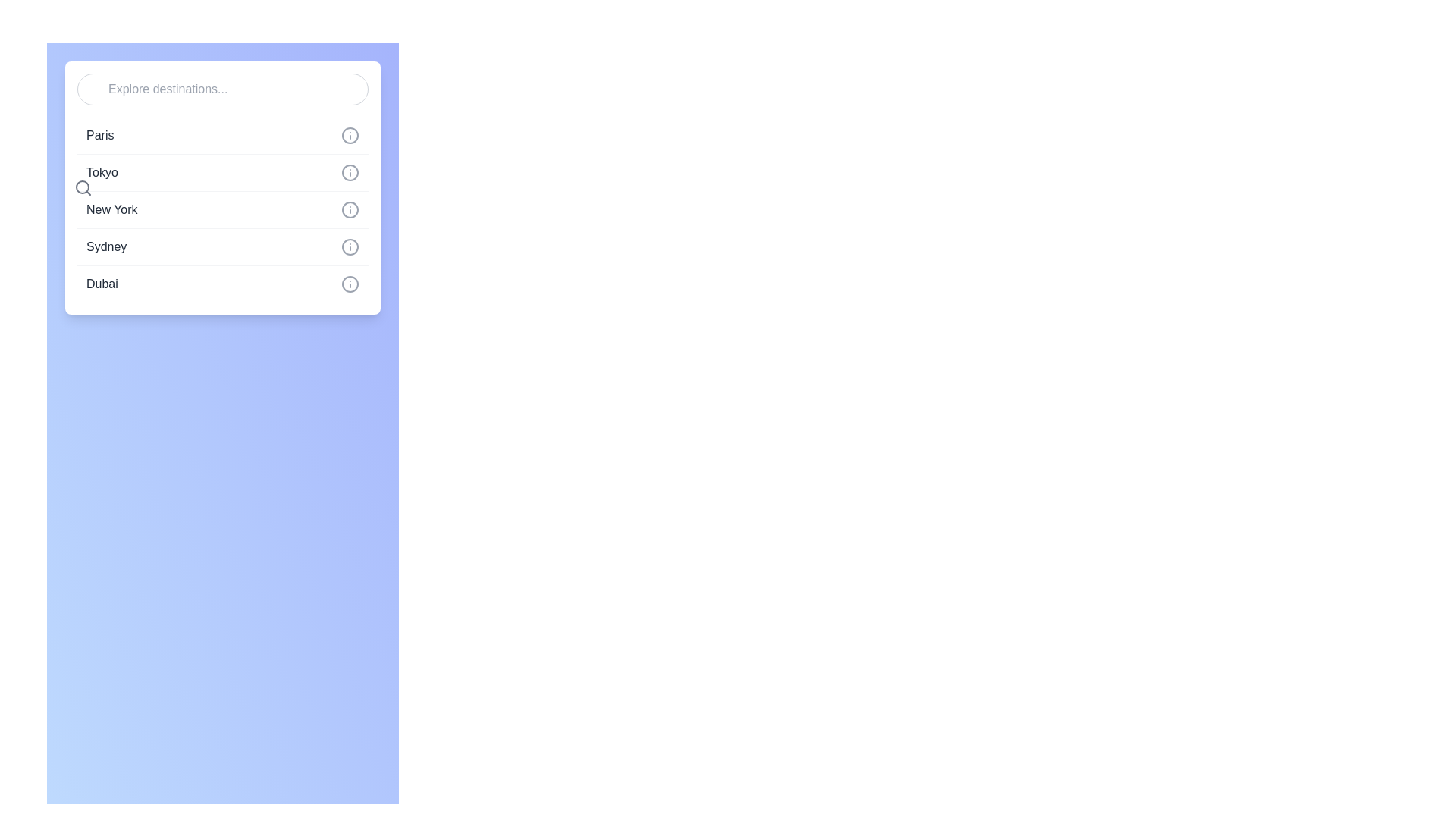  Describe the element at coordinates (221, 246) in the screenshot. I see `the list item for 'Sydney', the fourth item in the list` at that location.